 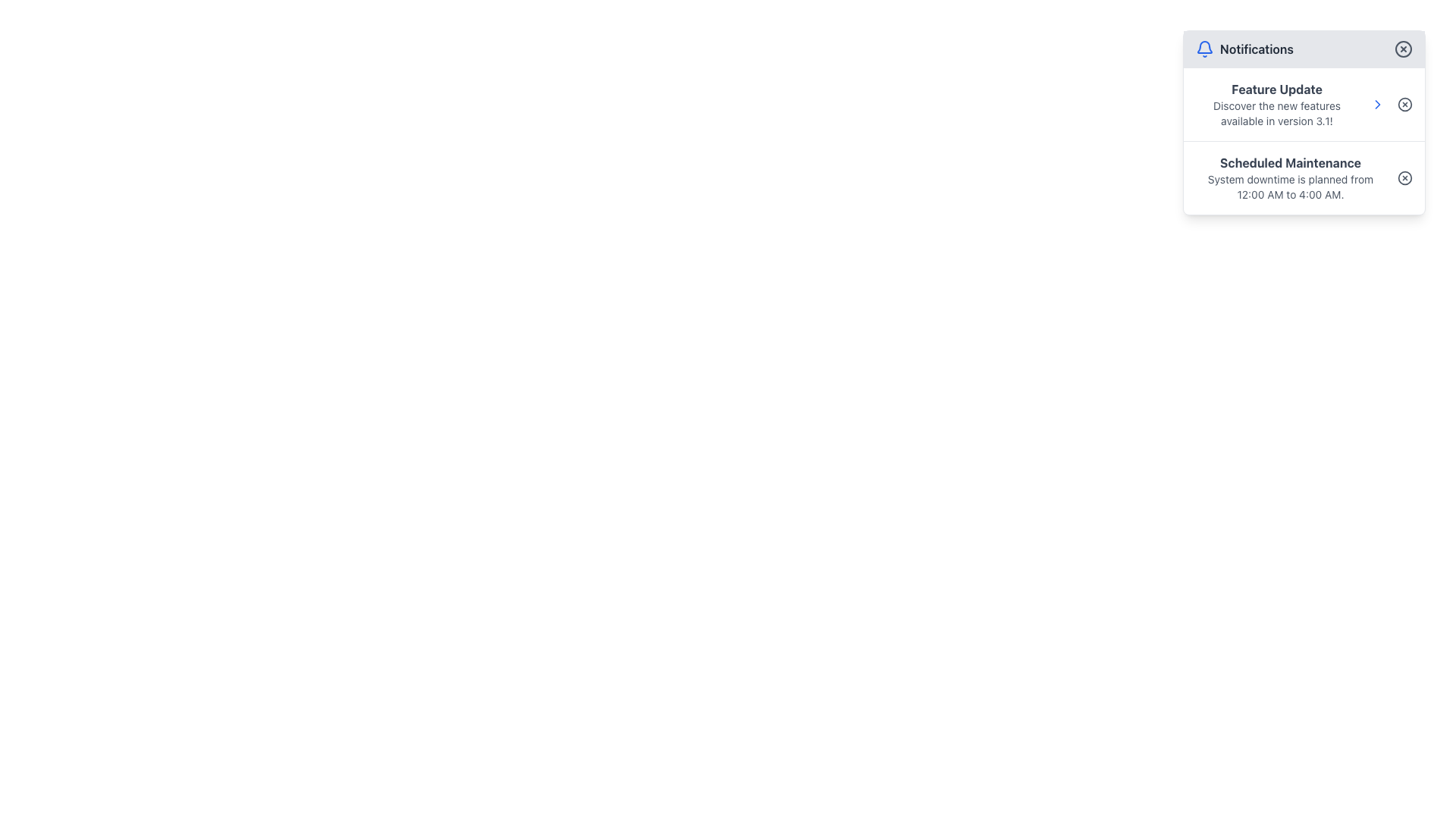 I want to click on the text label indicating the purpose of the adjacent blue bell icon for notifications, so click(x=1257, y=49).